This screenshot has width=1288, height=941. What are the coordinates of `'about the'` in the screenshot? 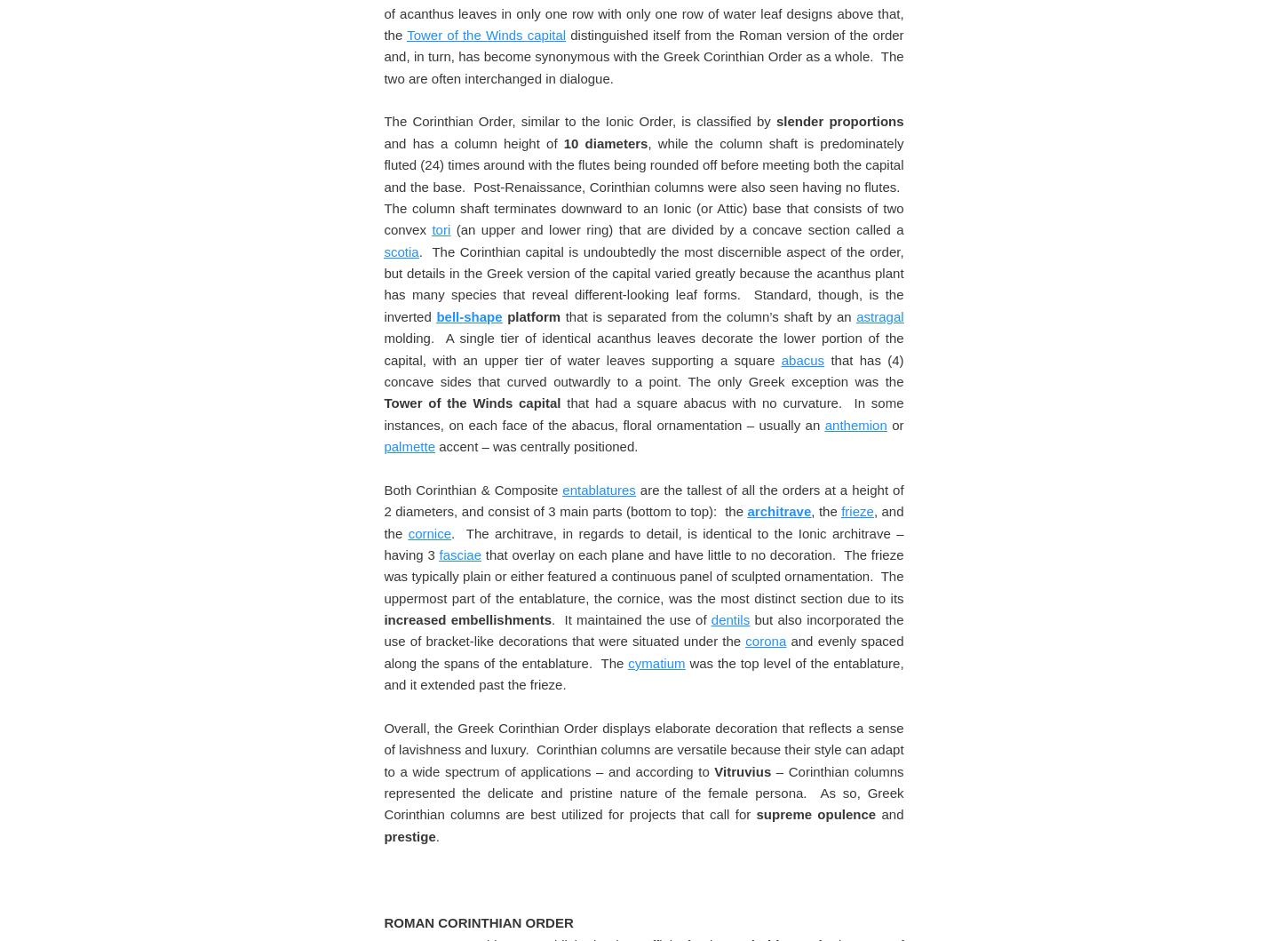 It's located at (843, 108).